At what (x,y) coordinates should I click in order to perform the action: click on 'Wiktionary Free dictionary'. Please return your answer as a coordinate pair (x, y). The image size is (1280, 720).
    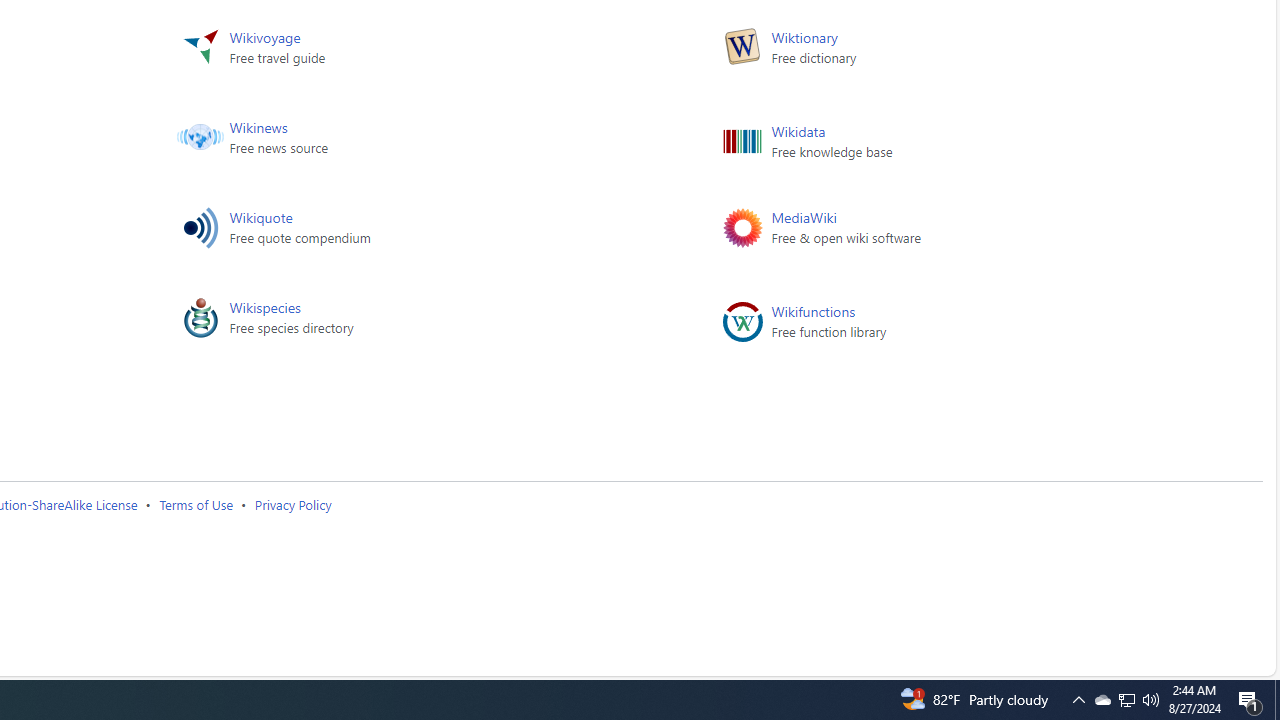
    Looking at the image, I should click on (961, 50).